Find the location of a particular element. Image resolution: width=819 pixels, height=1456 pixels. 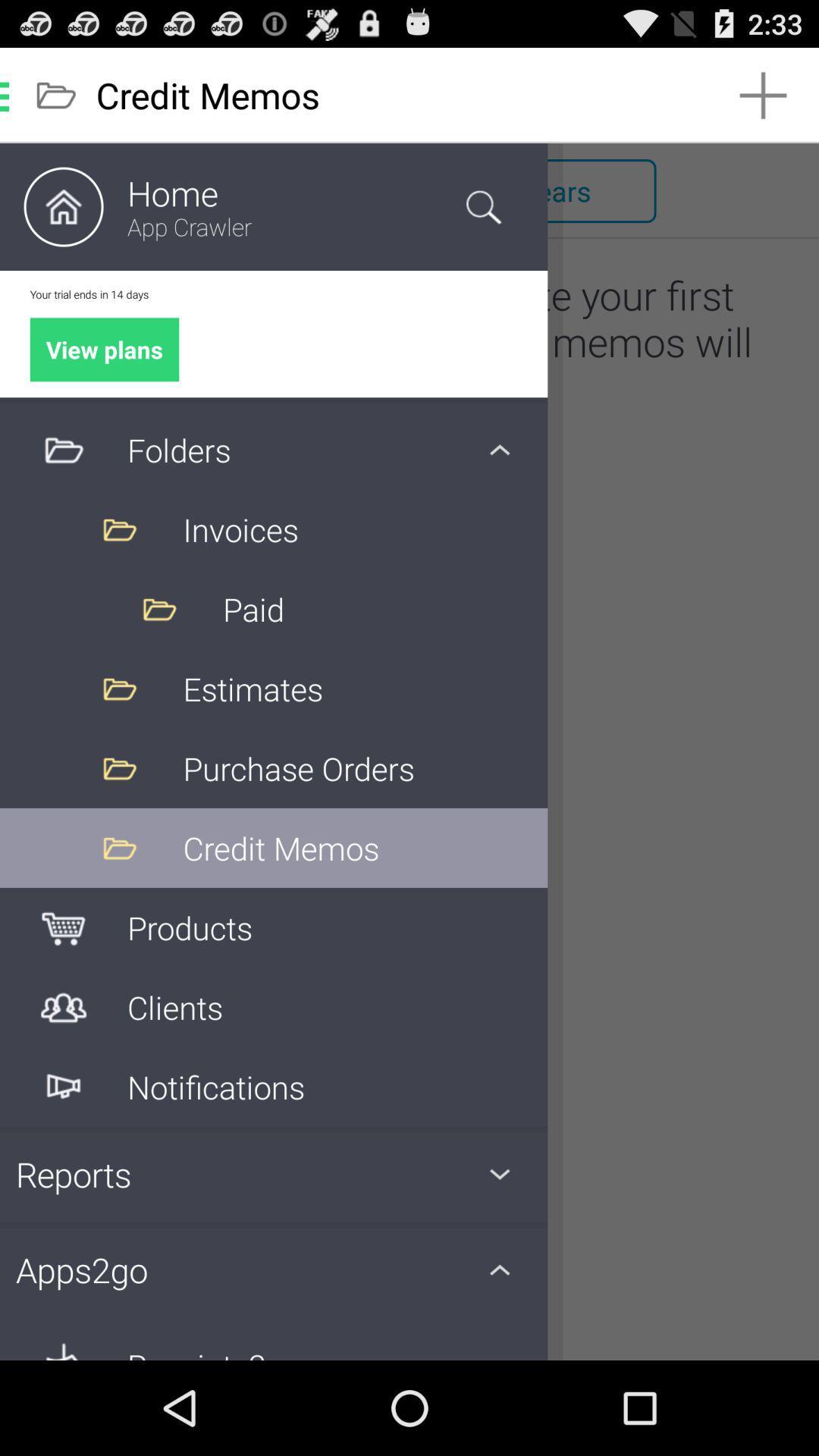

the home icon is located at coordinates (63, 221).